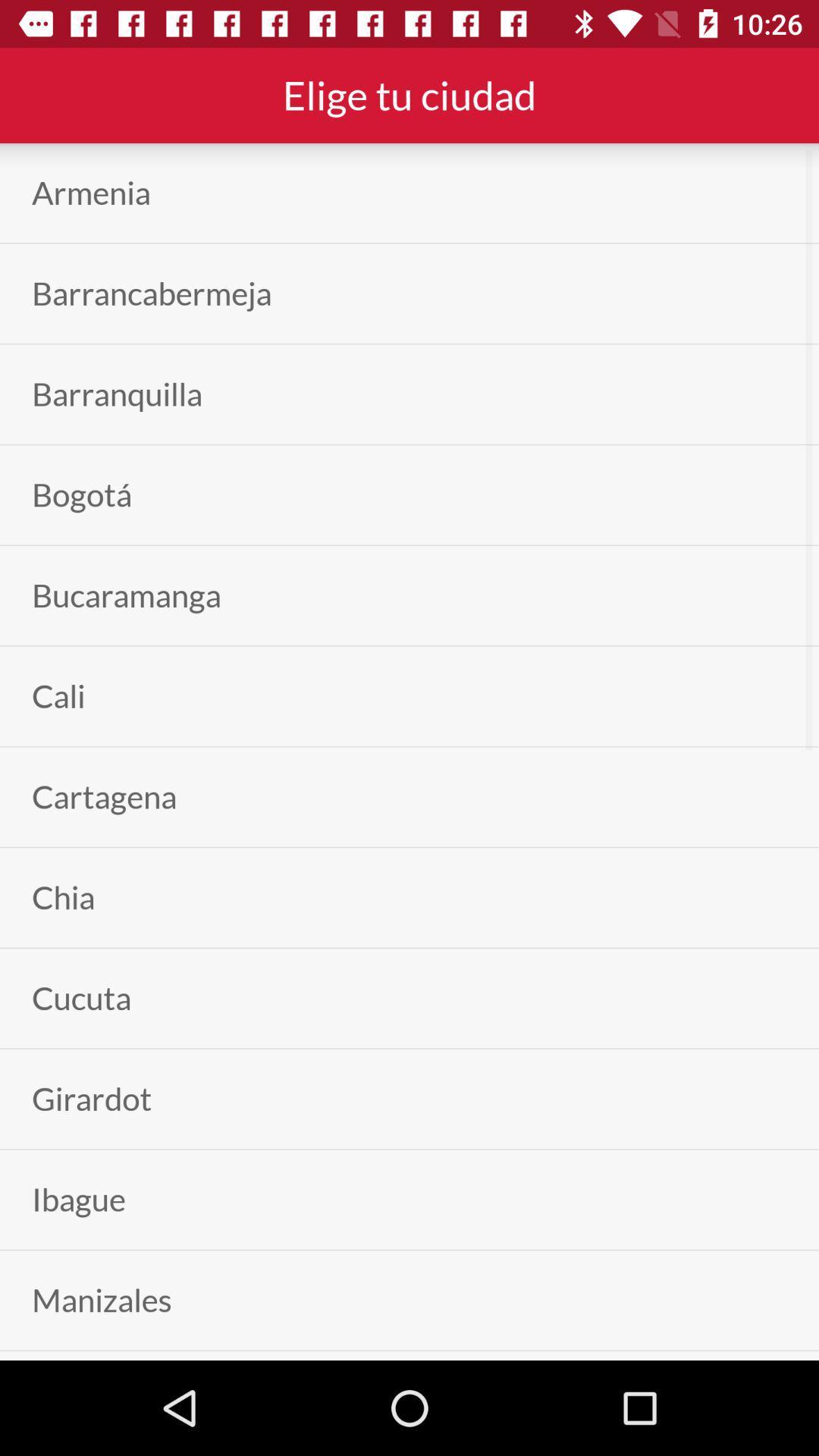 The width and height of the screenshot is (819, 1456). Describe the element at coordinates (92, 1099) in the screenshot. I see `the icon above ibague` at that location.